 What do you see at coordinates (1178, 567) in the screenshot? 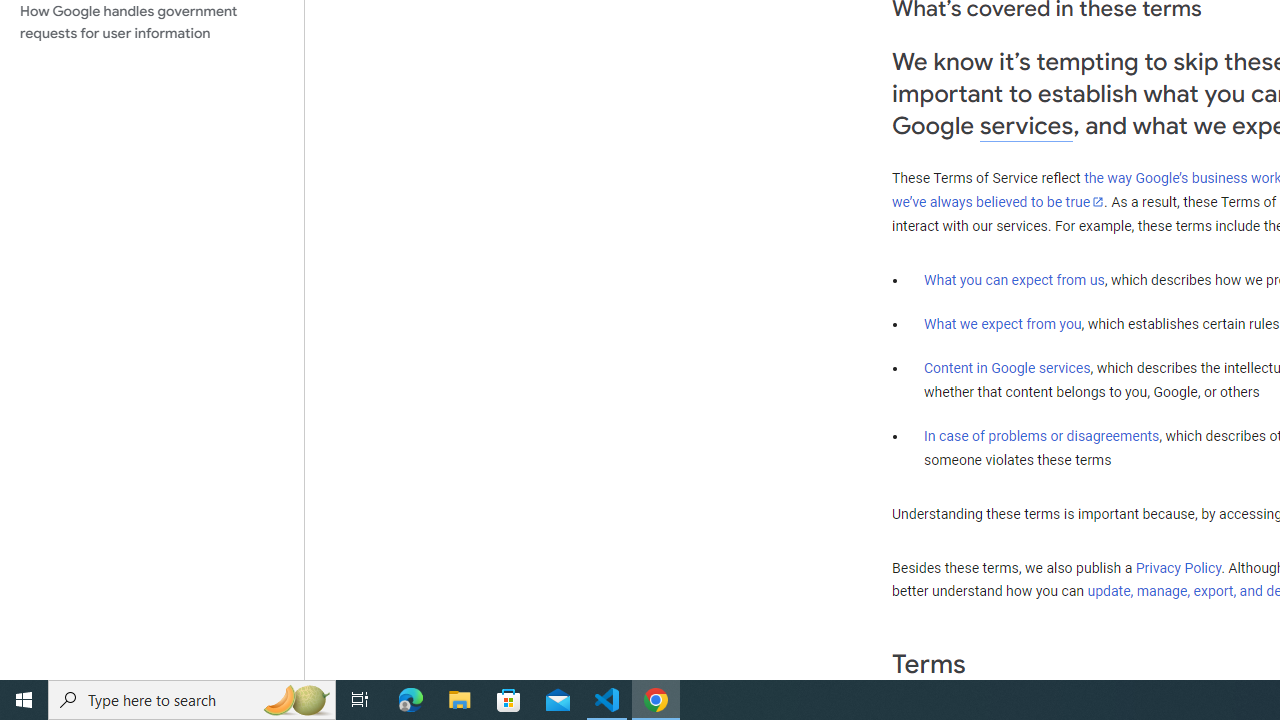
I see `'Privacy Policy'` at bounding box center [1178, 567].